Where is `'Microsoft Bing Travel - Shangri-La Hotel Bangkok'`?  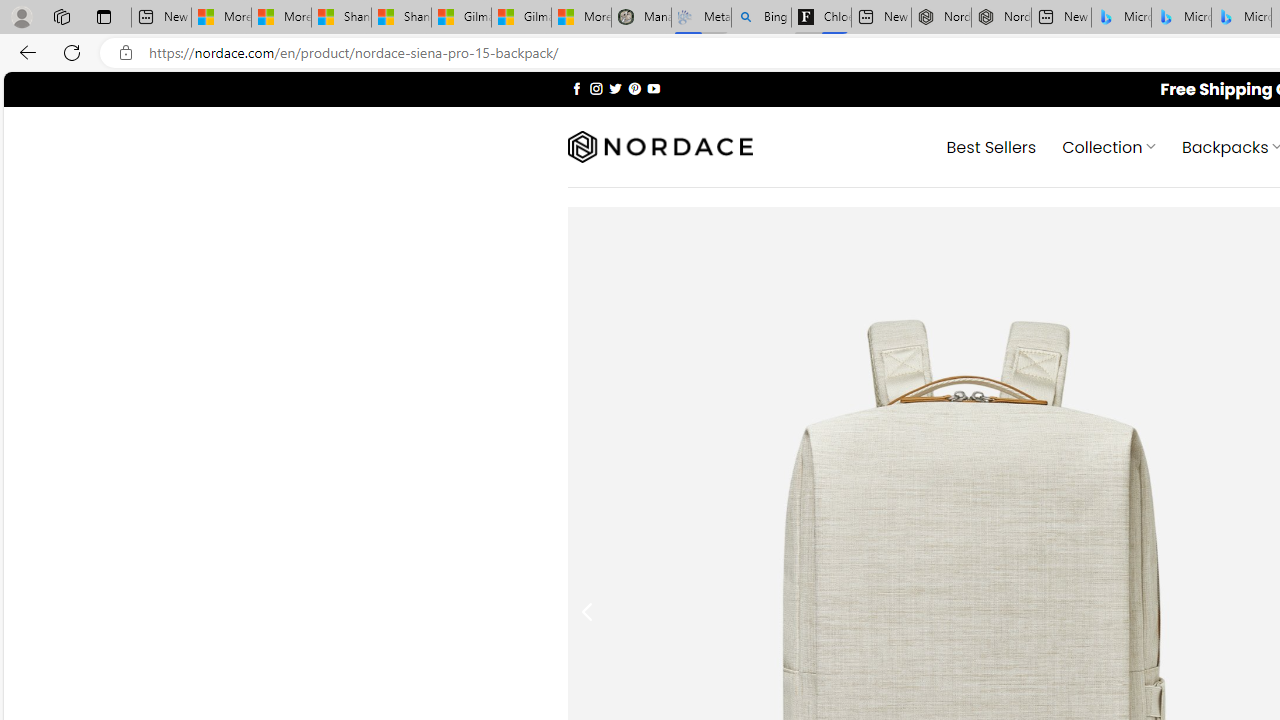 'Microsoft Bing Travel - Shangri-La Hotel Bangkok' is located at coordinates (1240, 17).